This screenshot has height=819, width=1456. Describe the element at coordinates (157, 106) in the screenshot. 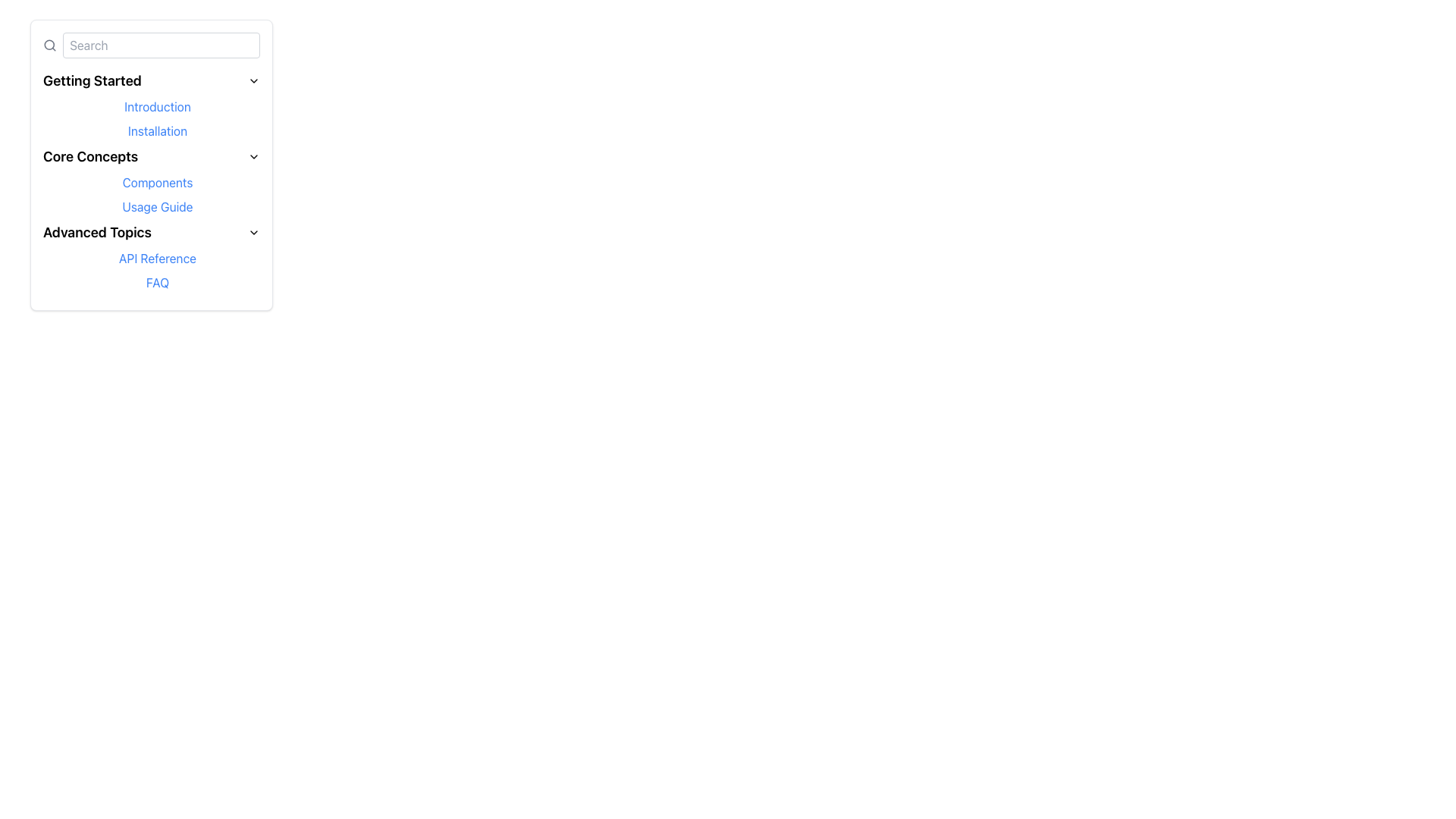

I see `the 'Introduction' hyperlink in the navigation panel under the 'Getting Started' category` at that location.